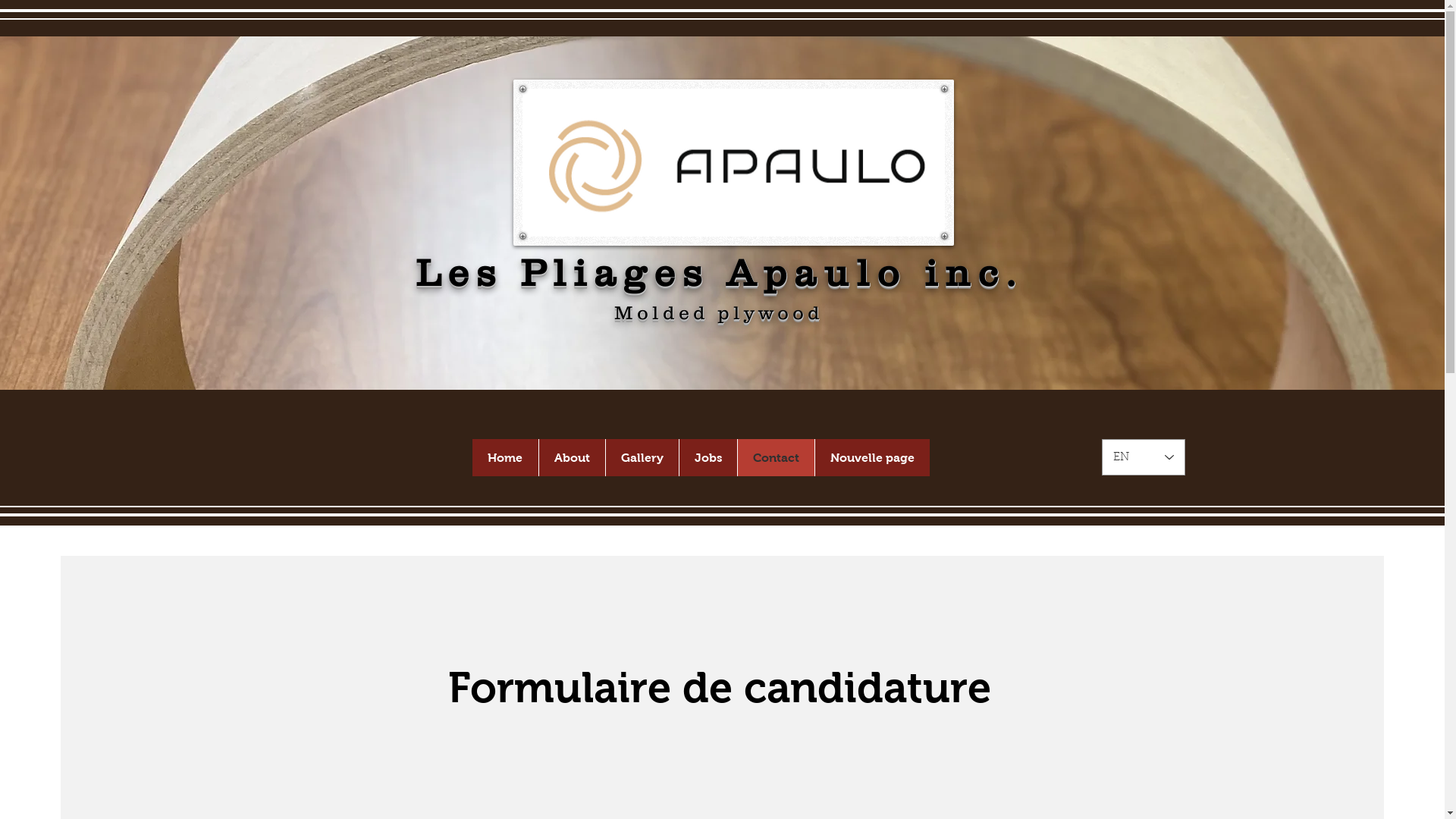 The height and width of the screenshot is (819, 1456). What do you see at coordinates (872, 457) in the screenshot?
I see `'Nouvelle page'` at bounding box center [872, 457].